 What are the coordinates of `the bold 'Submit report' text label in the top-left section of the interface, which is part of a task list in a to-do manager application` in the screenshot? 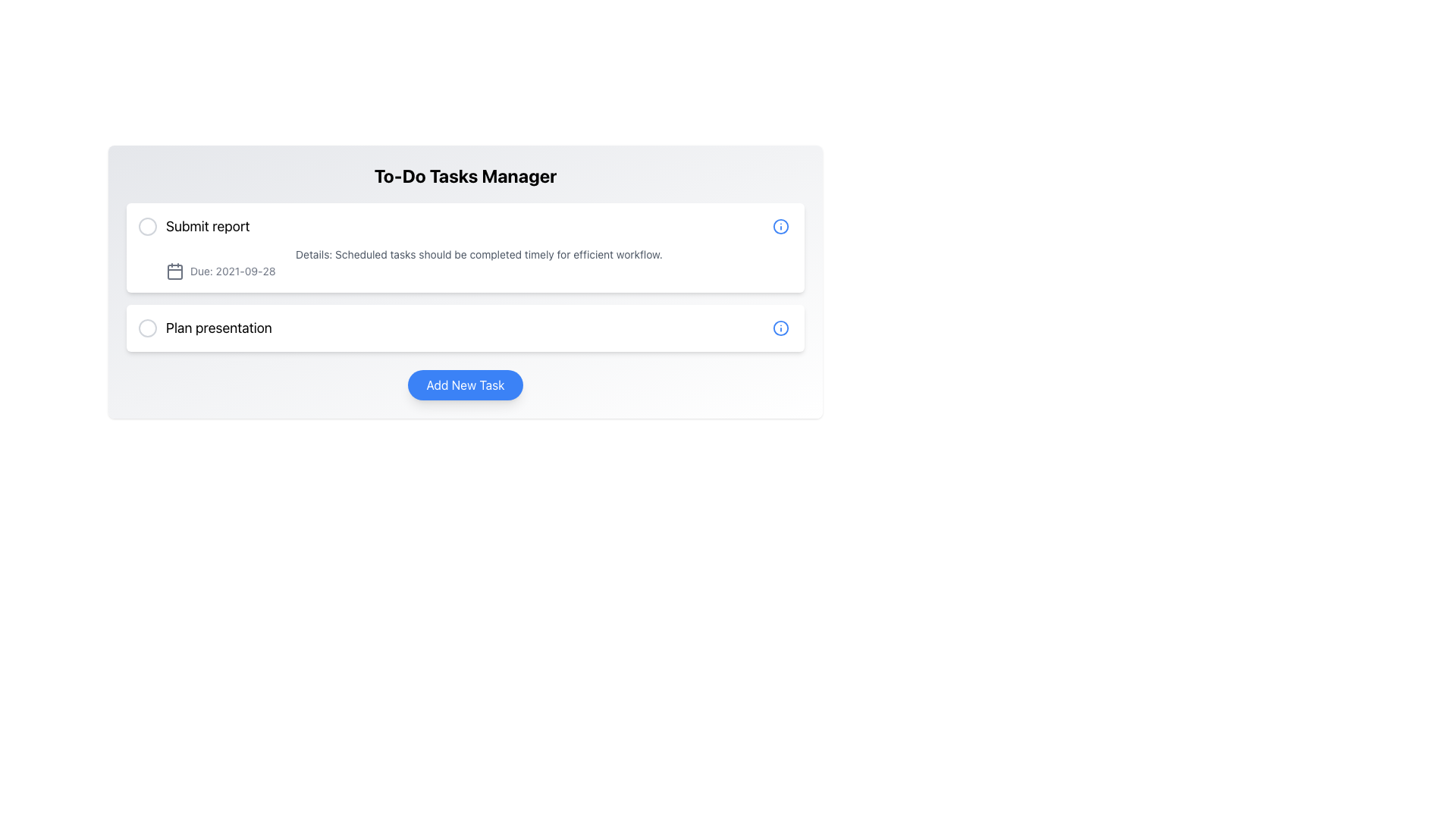 It's located at (207, 227).